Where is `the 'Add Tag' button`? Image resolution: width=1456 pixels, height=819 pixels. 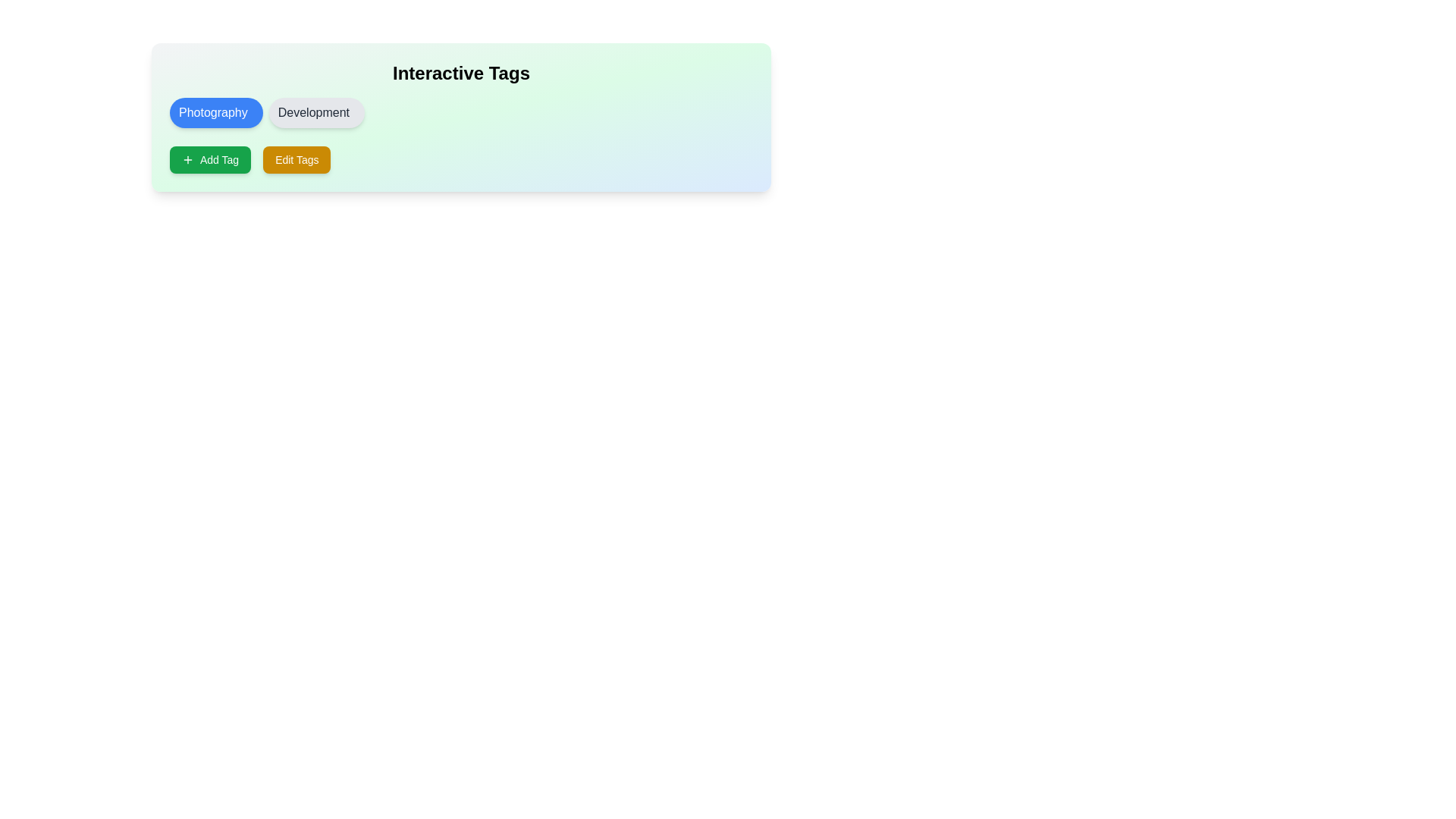 the 'Add Tag' button is located at coordinates (209, 160).